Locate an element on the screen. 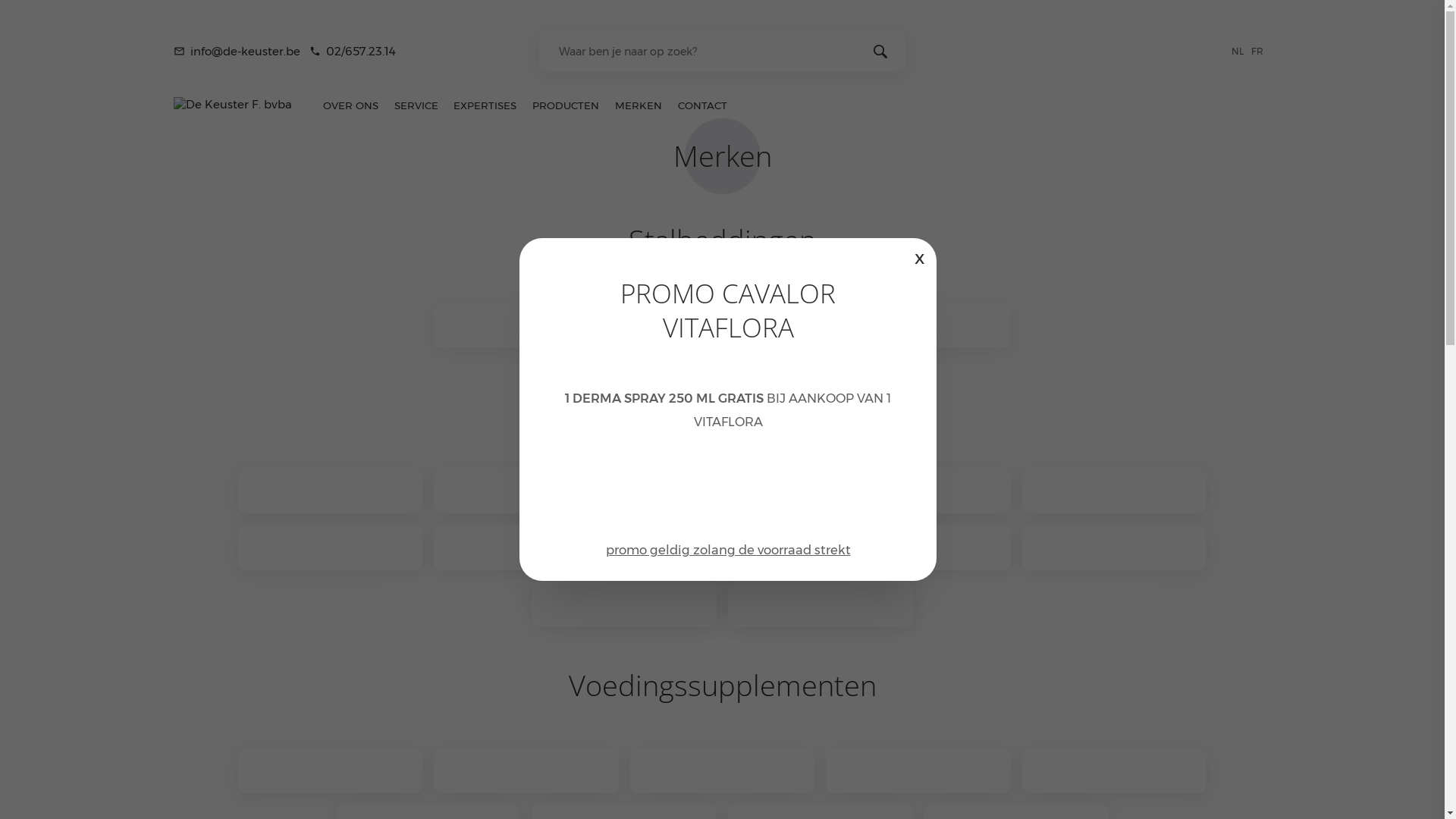 The height and width of the screenshot is (819, 1456). 'OVER ONS' is located at coordinates (349, 104).